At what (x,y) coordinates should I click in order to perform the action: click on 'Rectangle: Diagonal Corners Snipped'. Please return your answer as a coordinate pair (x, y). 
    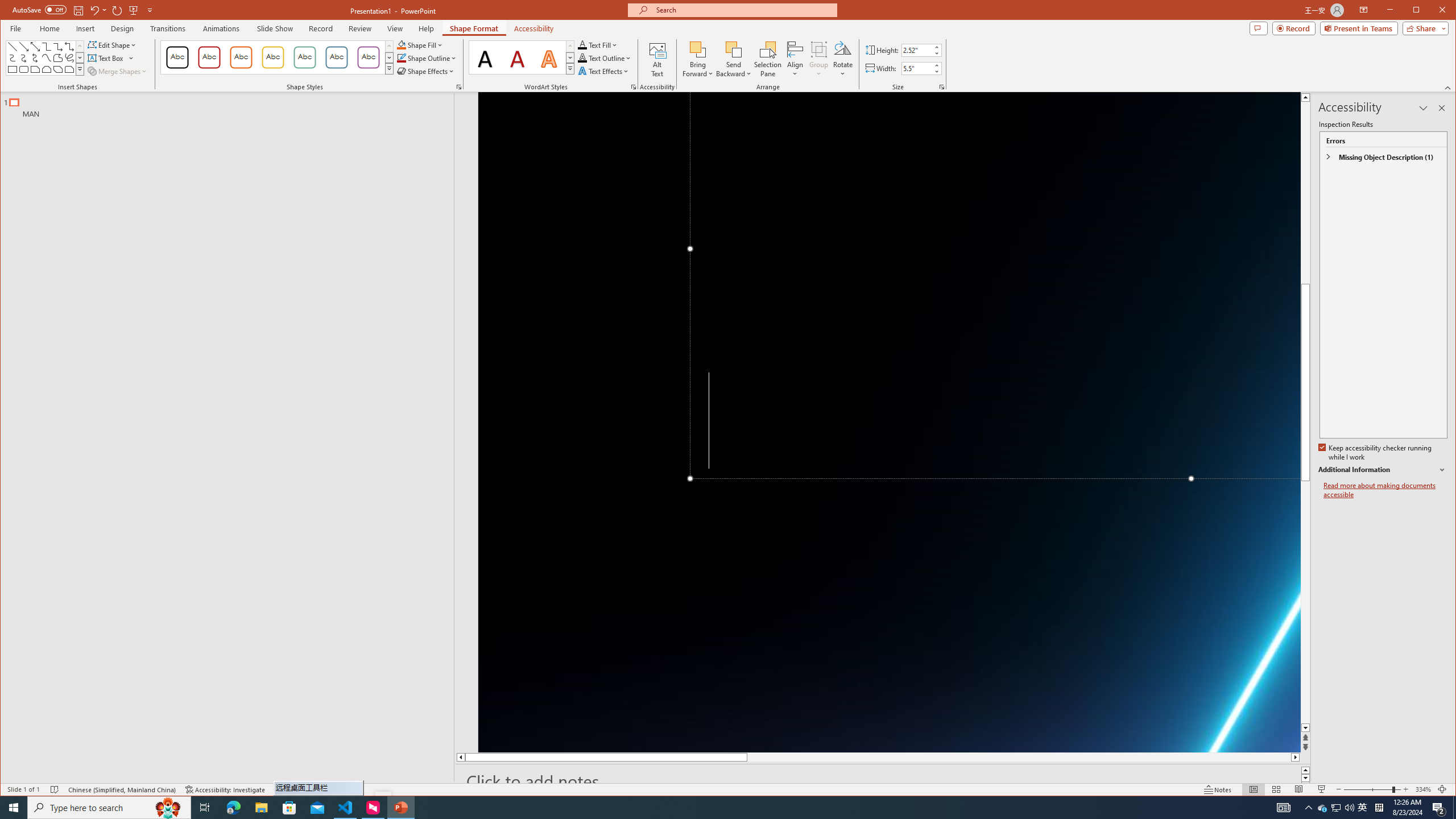
    Looking at the image, I should click on (57, 69).